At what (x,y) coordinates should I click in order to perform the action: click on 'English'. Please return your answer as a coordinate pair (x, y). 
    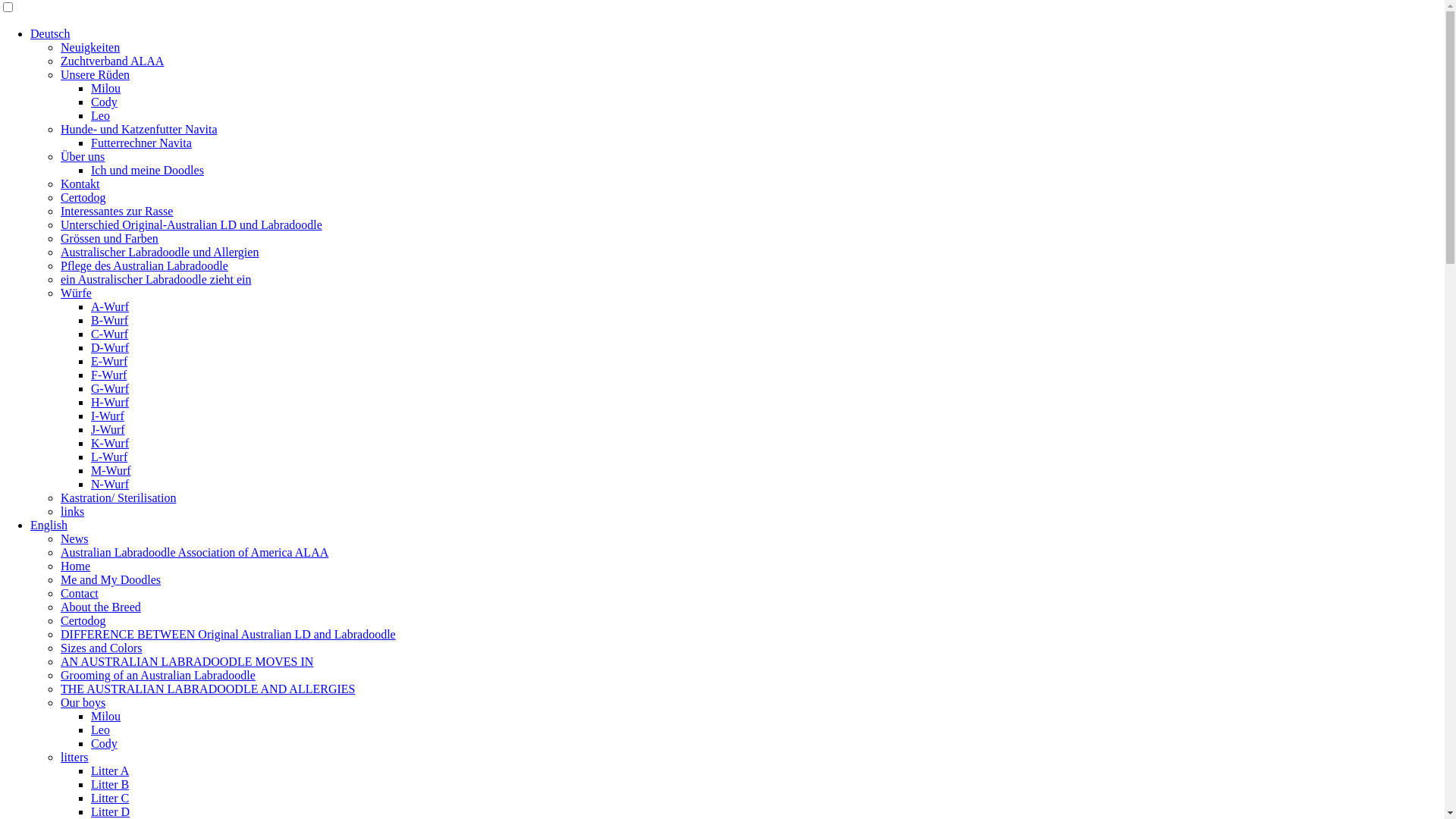
    Looking at the image, I should click on (49, 524).